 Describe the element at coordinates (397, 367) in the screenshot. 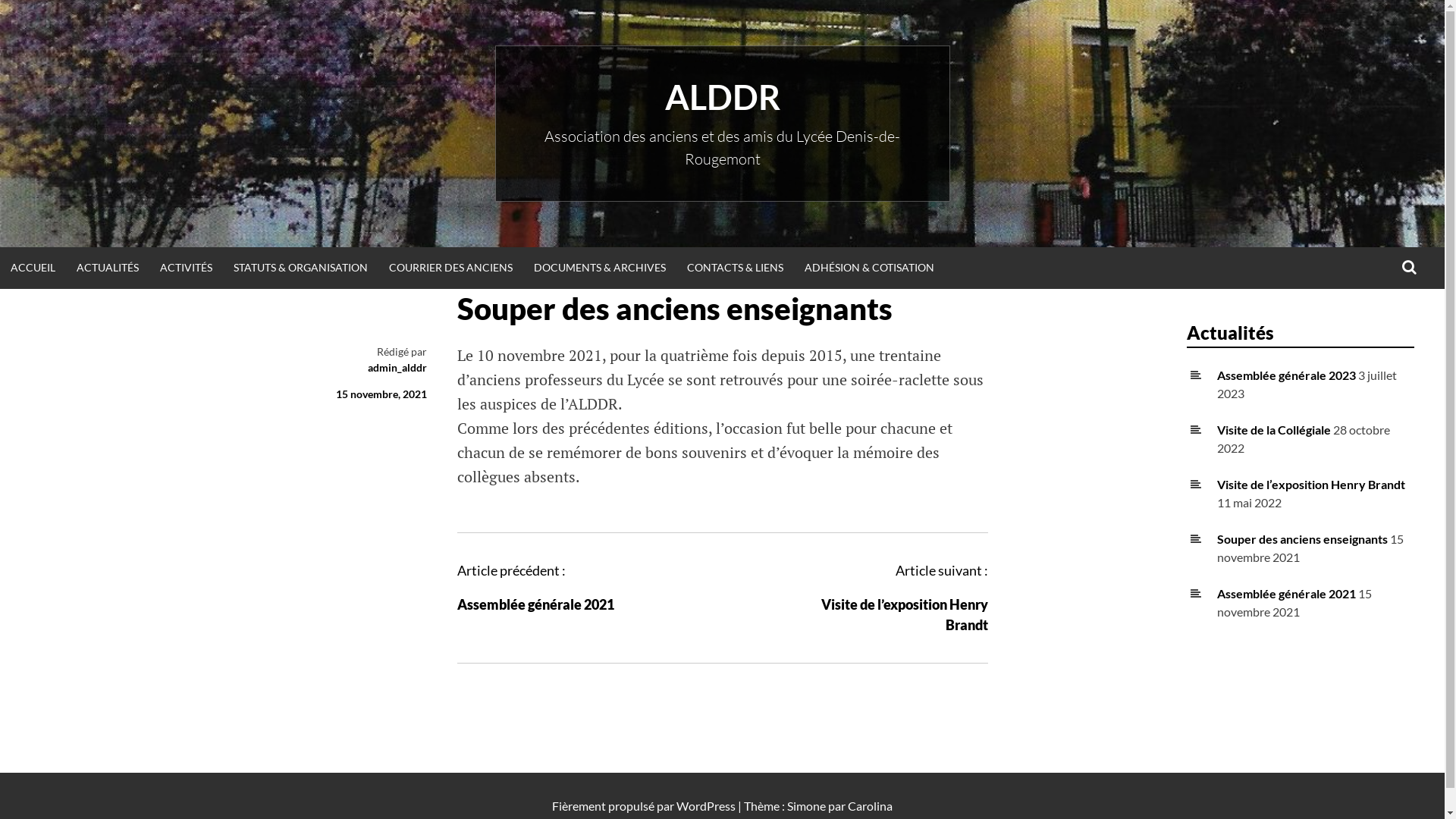

I see `'admin_alddr'` at that location.